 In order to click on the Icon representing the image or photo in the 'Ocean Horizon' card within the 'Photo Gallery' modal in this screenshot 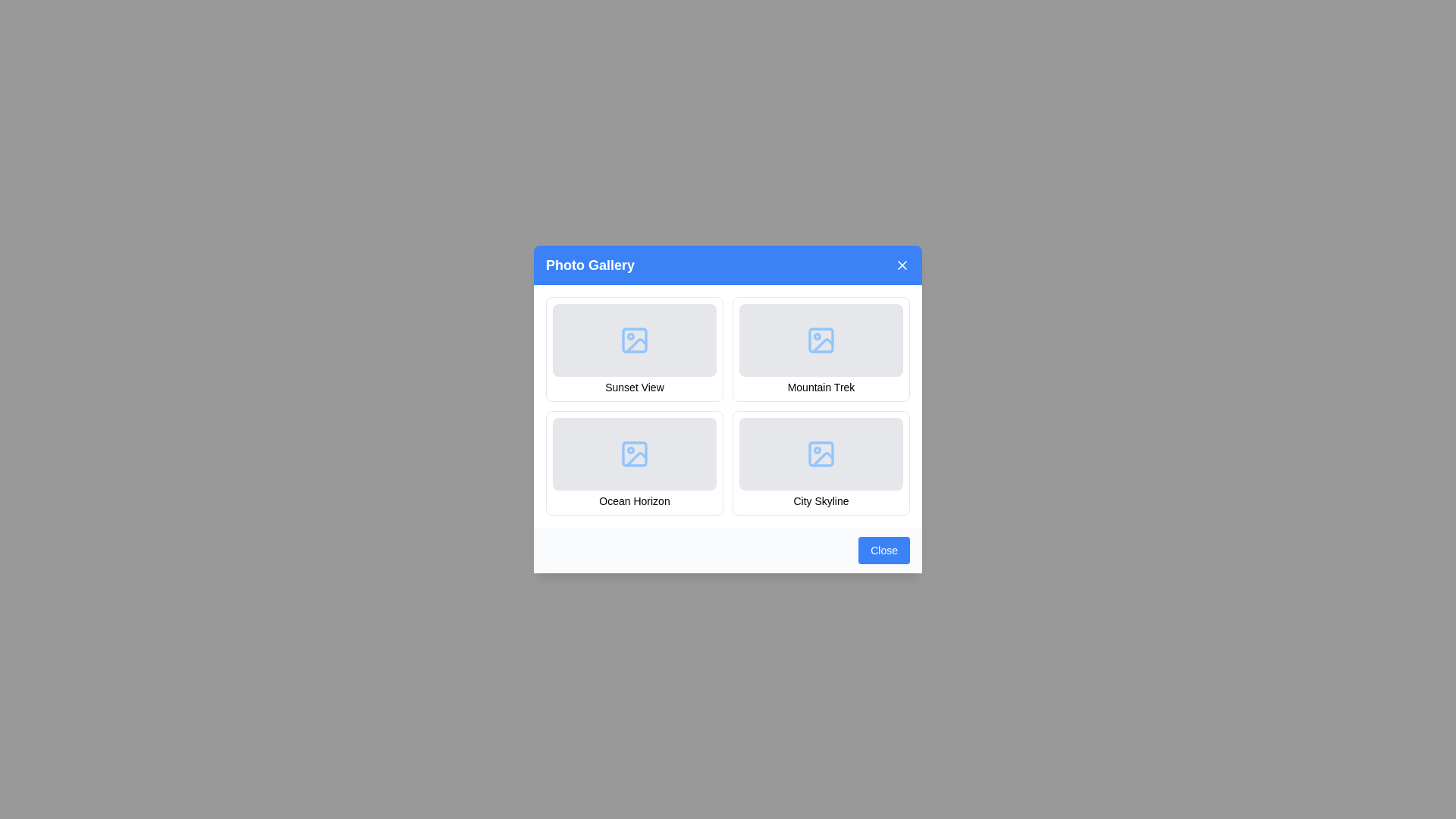, I will do `click(634, 453)`.